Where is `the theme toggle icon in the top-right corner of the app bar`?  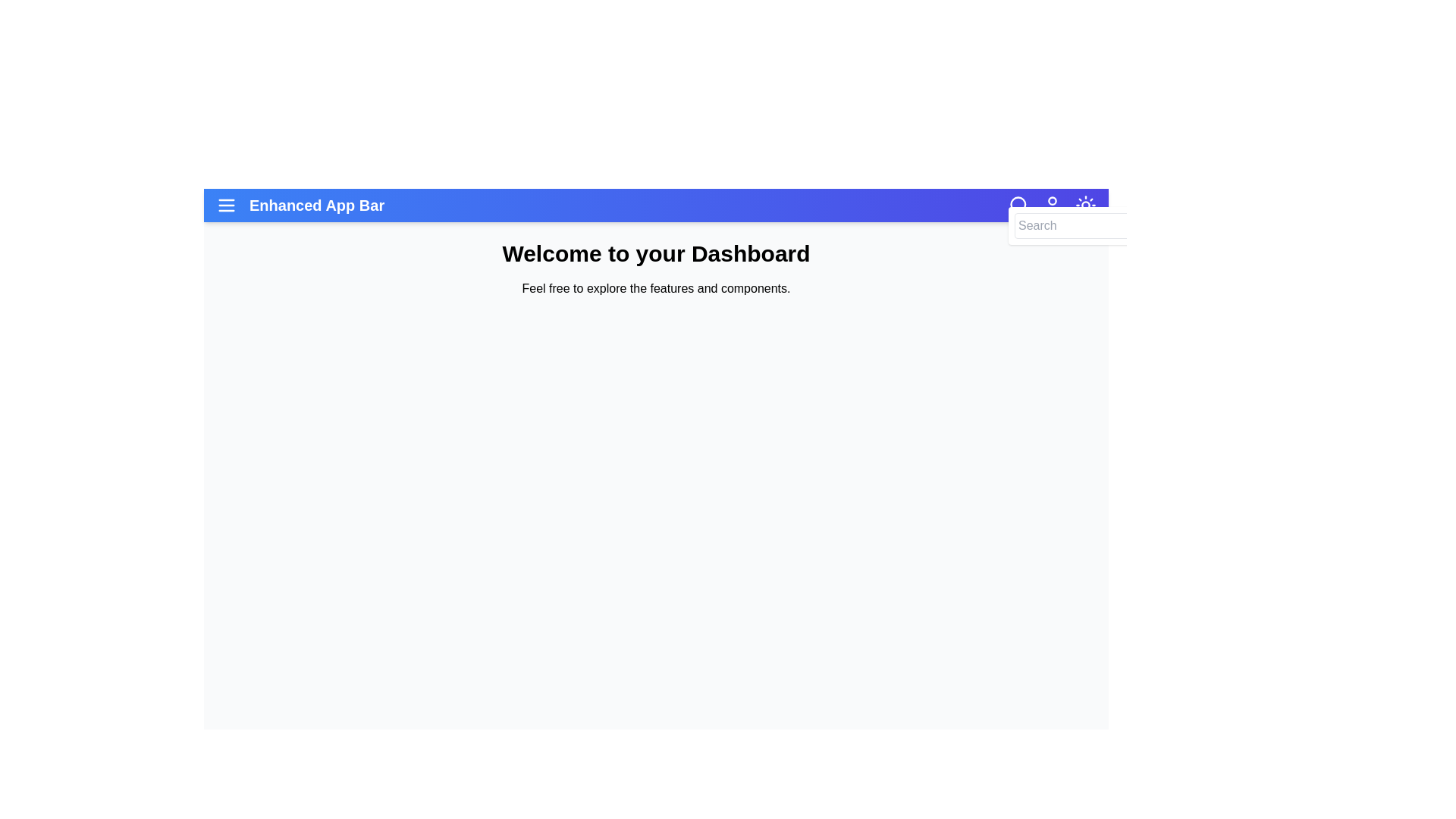 the theme toggle icon in the top-right corner of the app bar is located at coordinates (1084, 205).